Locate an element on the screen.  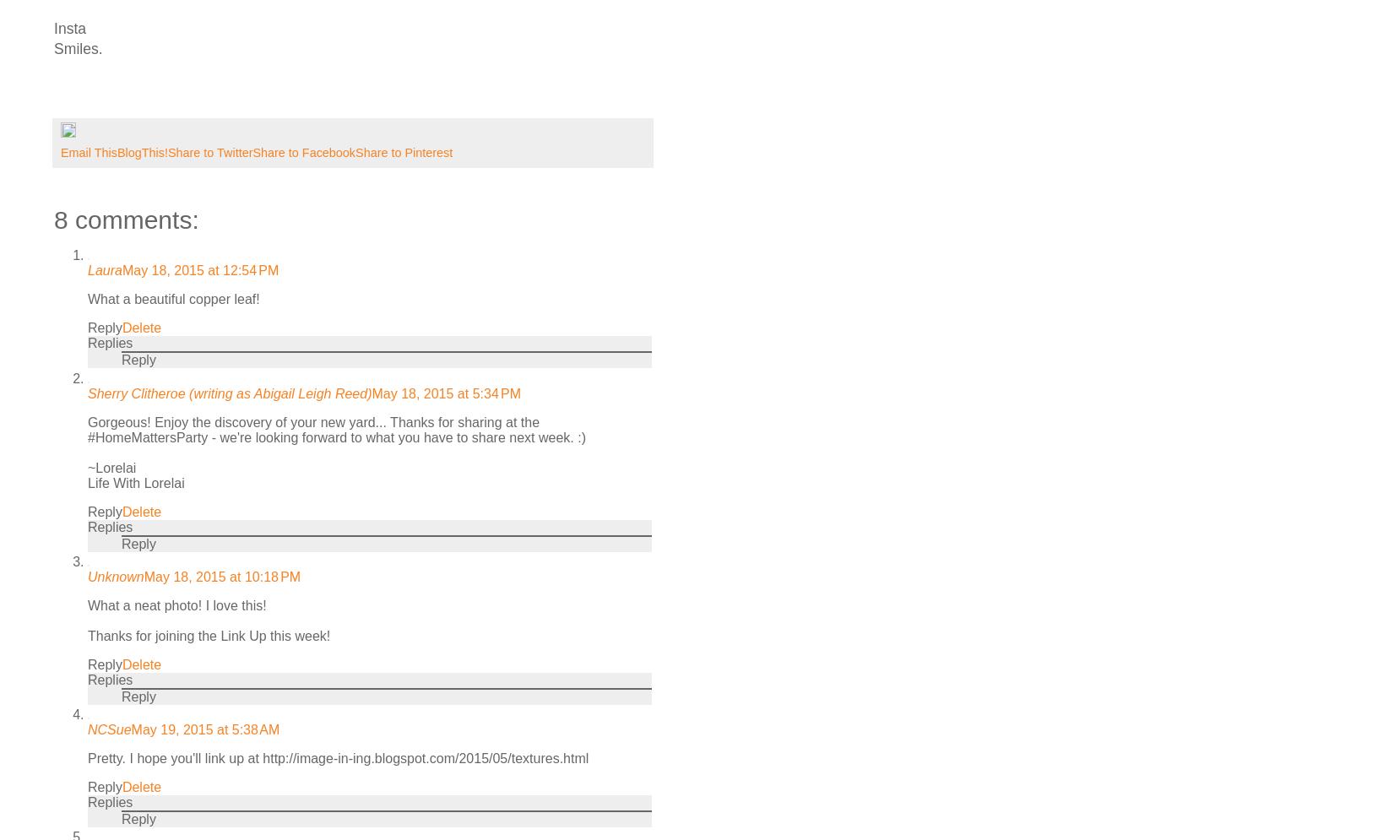
'Life With Lorelai' is located at coordinates (86, 482).